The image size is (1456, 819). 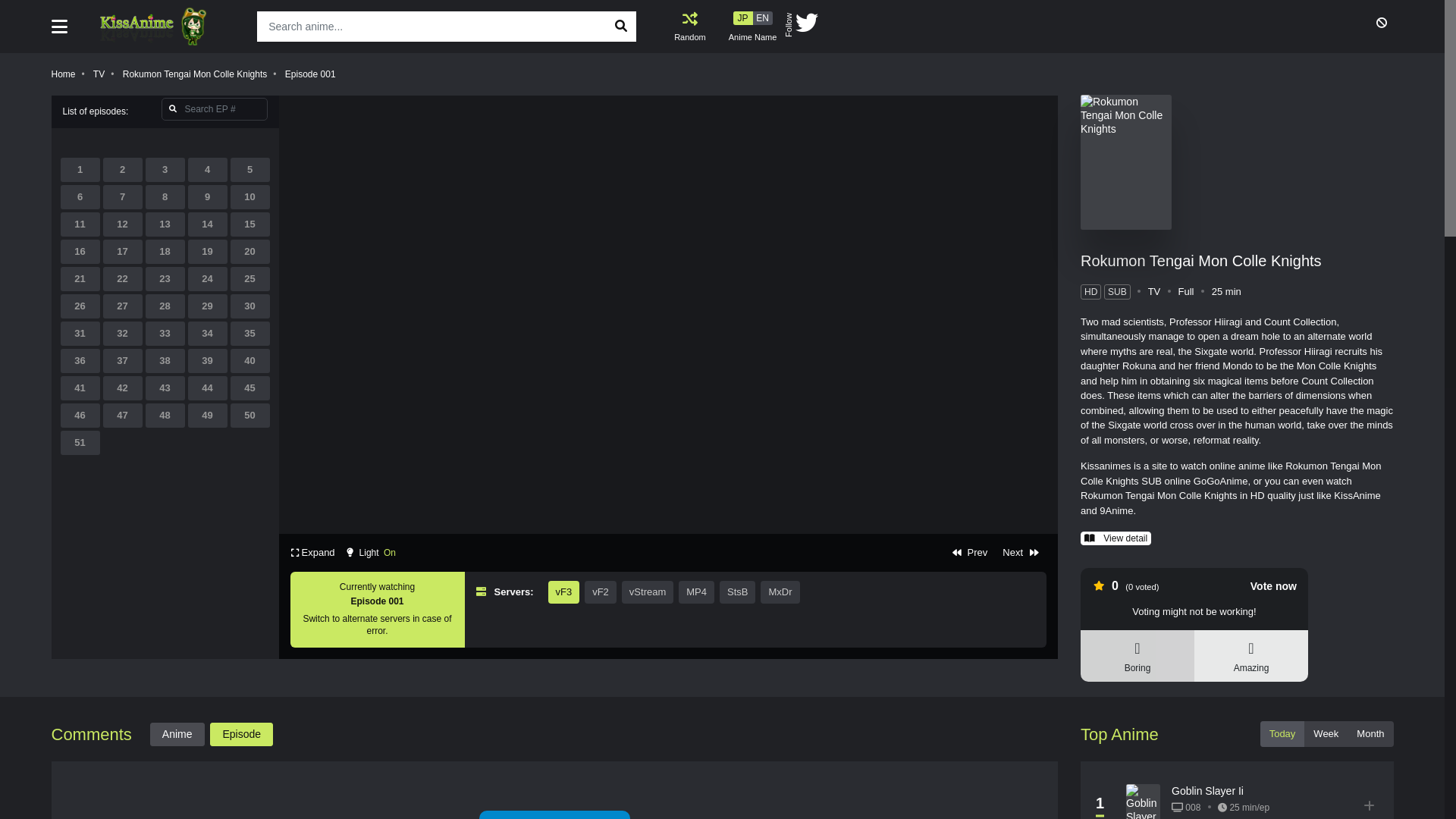 What do you see at coordinates (123, 250) in the screenshot?
I see `'17'` at bounding box center [123, 250].